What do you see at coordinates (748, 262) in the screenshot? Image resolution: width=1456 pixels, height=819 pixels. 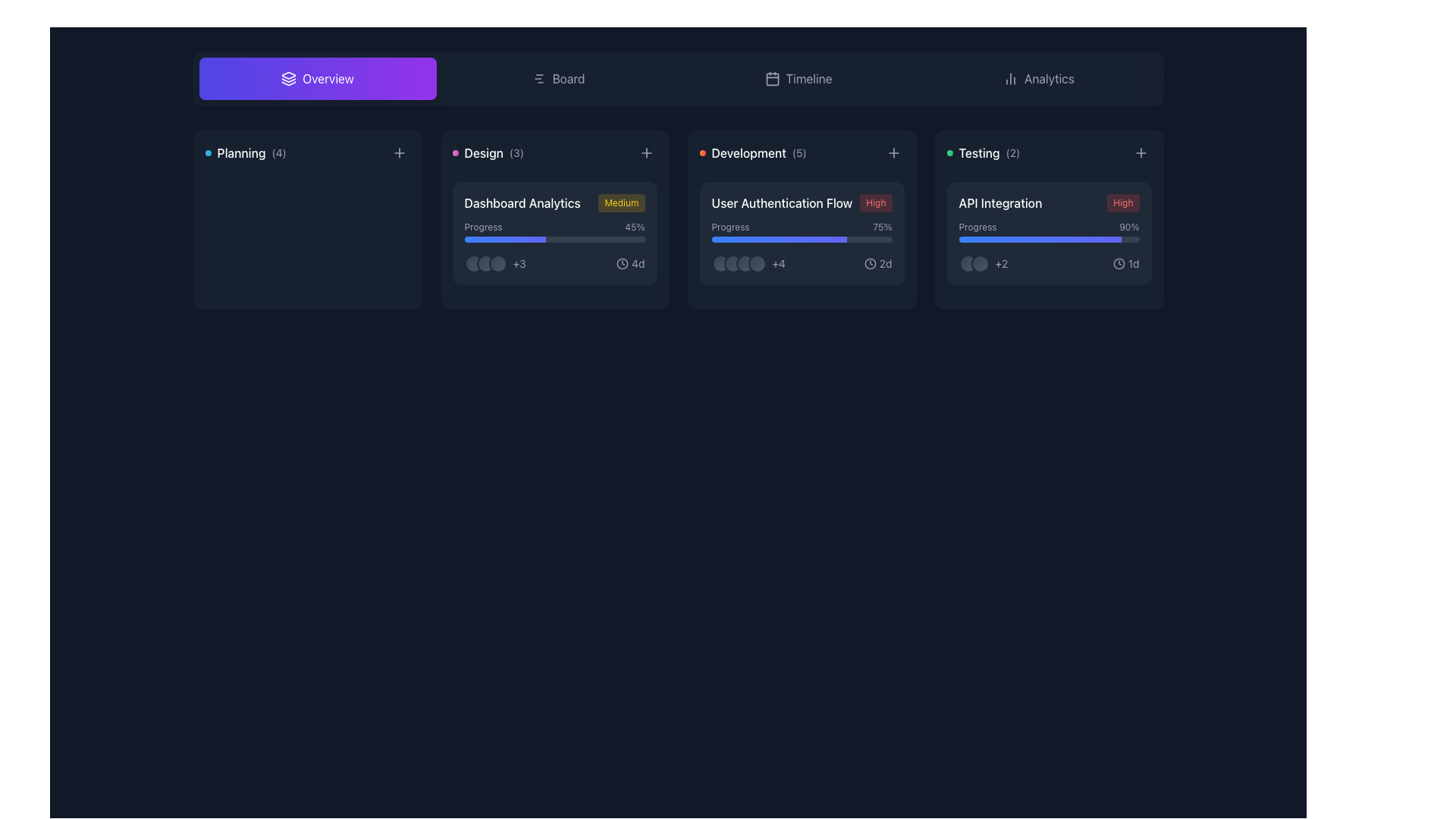 I see `the numeric indicator displaying the additional count (+4) located within the 'Development' card, positioned to the right of the avatars and below the progress bar` at bounding box center [748, 262].